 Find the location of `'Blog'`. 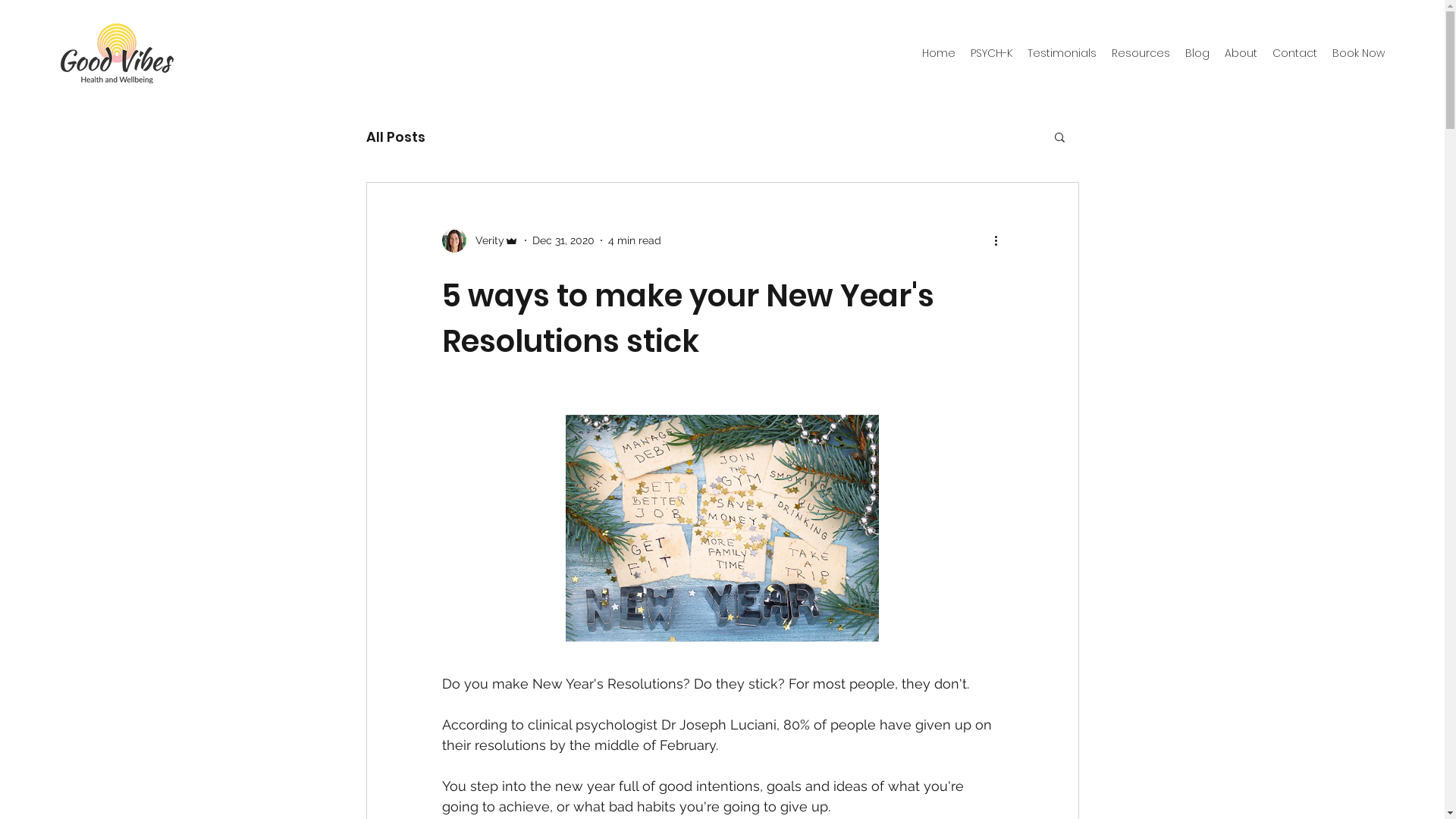

'Blog' is located at coordinates (1177, 52).